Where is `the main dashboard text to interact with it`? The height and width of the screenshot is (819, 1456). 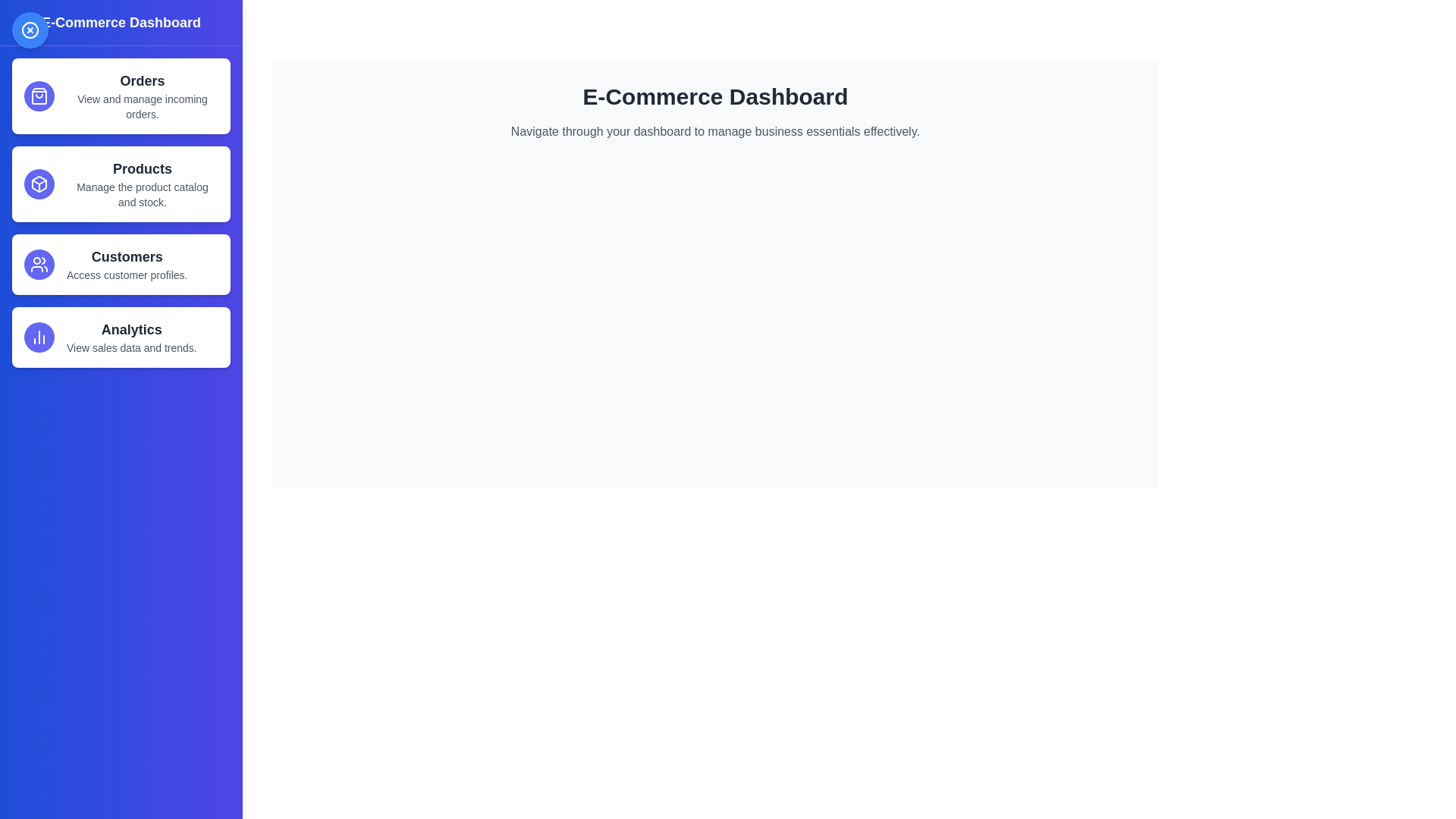 the main dashboard text to interact with it is located at coordinates (714, 96).